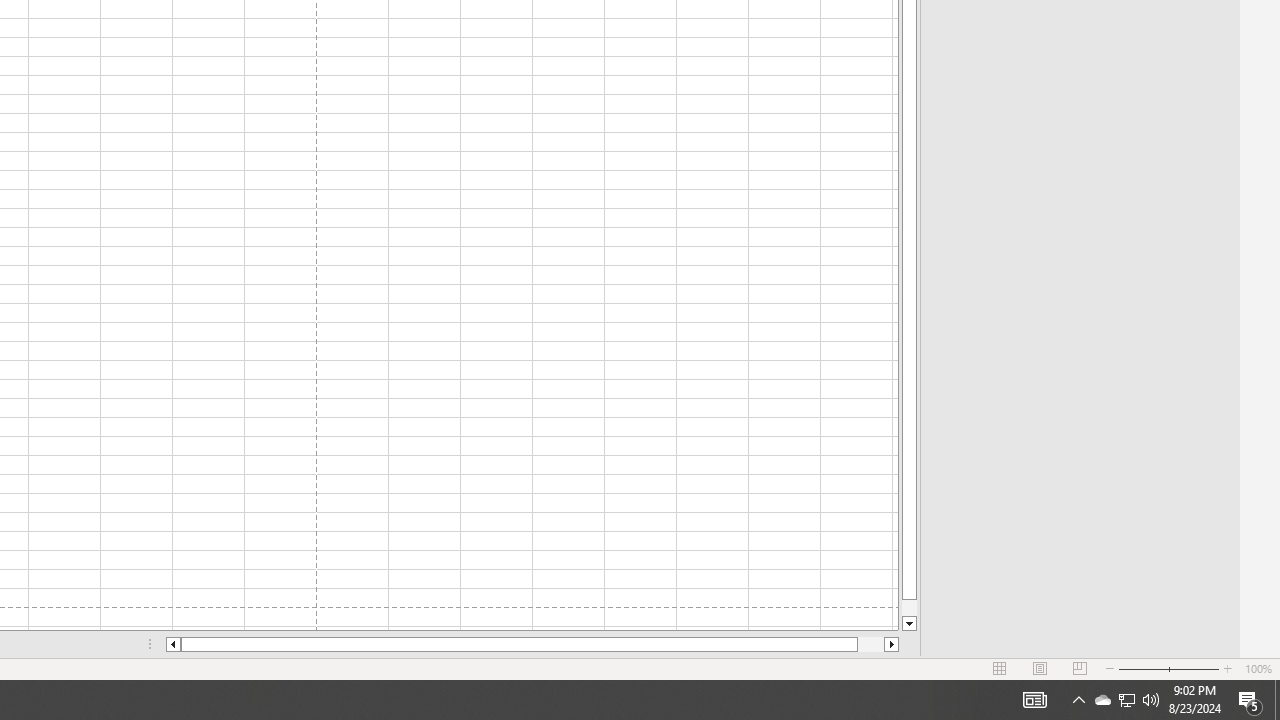 This screenshot has width=1280, height=720. I want to click on 'Class: NetUIScrollBar', so click(532, 644).